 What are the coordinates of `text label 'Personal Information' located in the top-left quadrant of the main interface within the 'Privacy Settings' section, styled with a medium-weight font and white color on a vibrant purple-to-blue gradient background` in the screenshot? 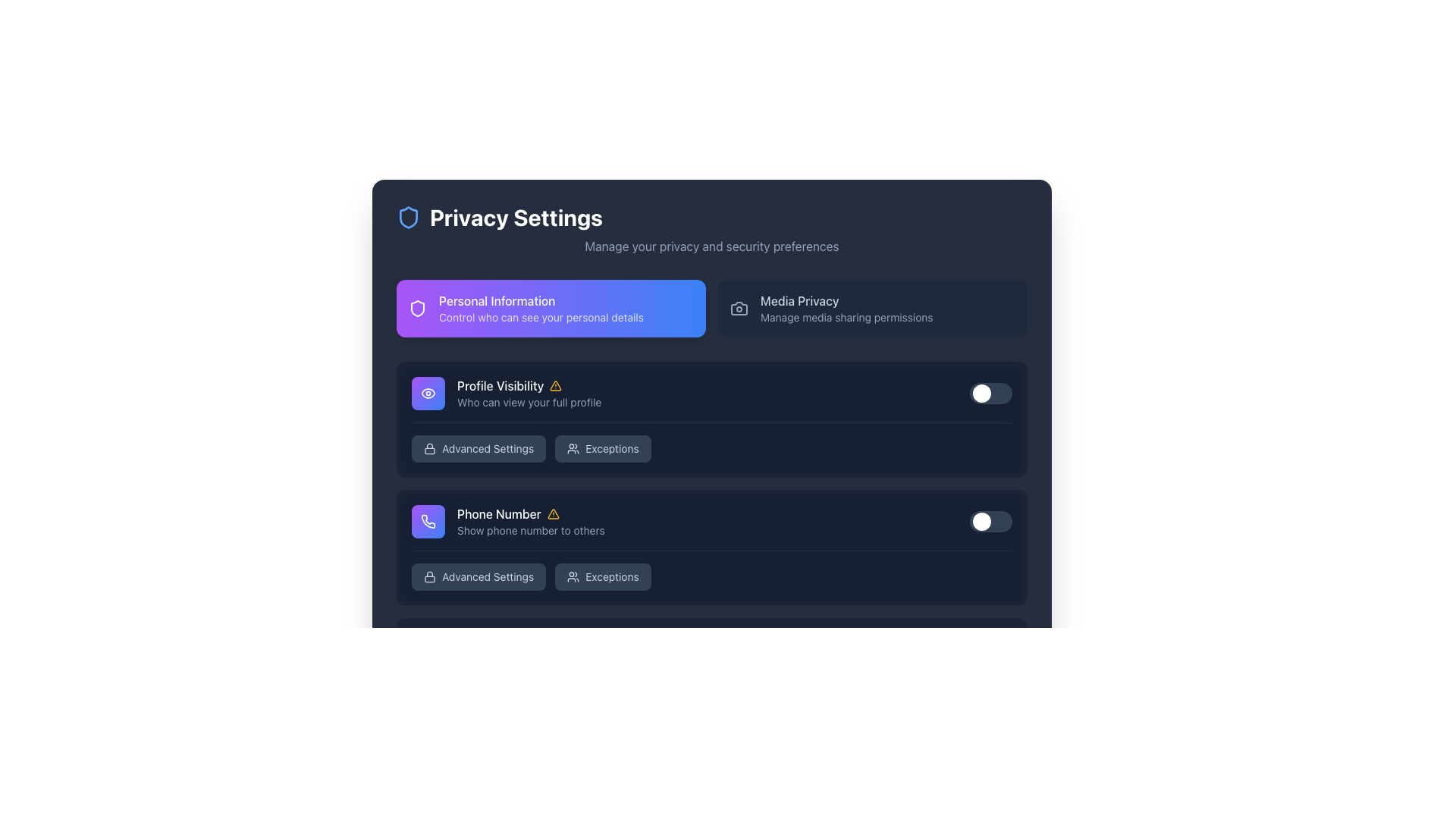 It's located at (541, 301).